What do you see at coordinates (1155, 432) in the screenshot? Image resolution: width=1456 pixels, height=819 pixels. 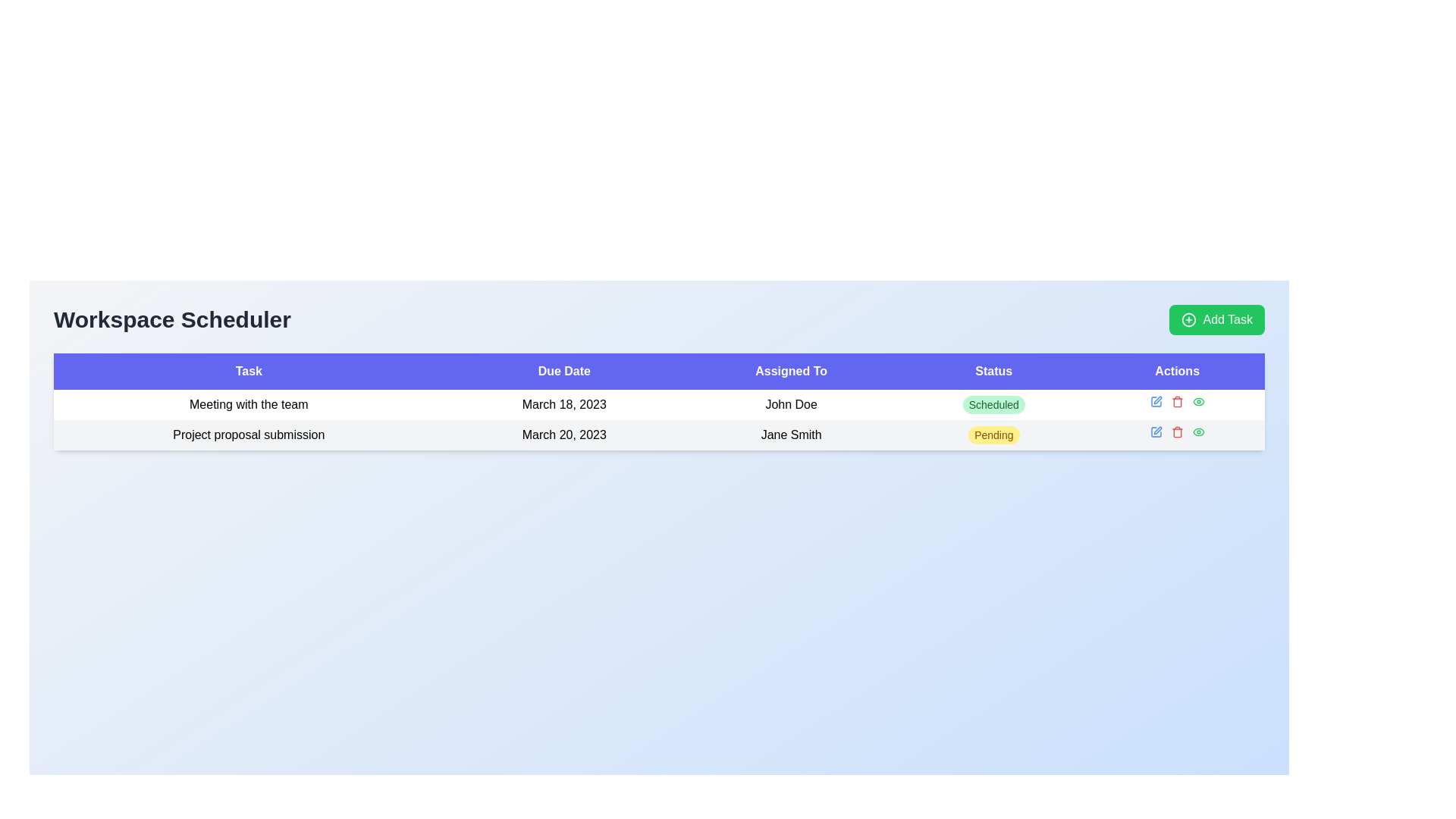 I see `the blue pen icon located in the Actions column of the first row, immediately to the right of the 'Scheduled' status label` at bounding box center [1155, 432].